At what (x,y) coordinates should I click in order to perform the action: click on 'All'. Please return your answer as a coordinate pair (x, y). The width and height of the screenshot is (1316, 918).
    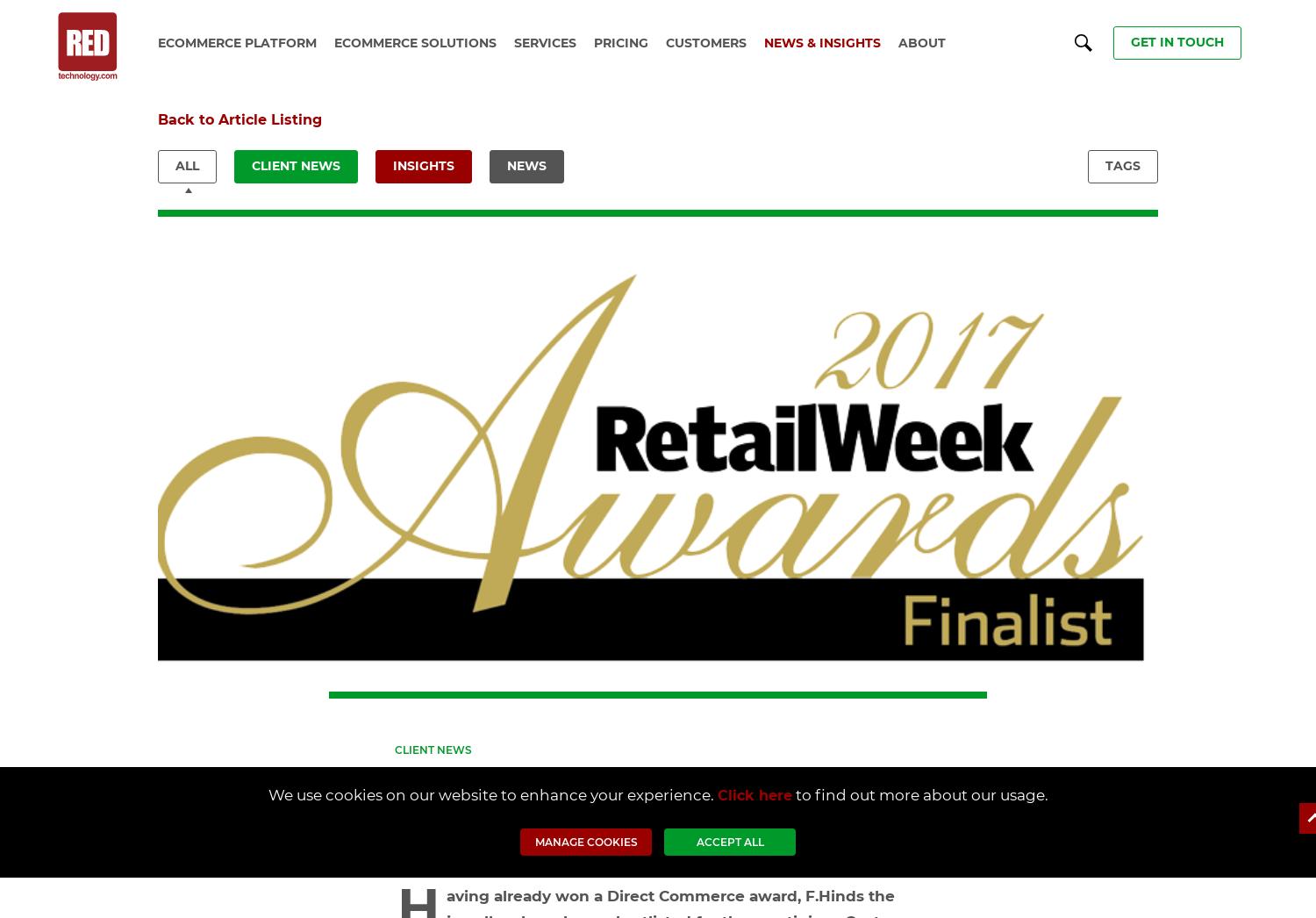
    Looking at the image, I should click on (186, 164).